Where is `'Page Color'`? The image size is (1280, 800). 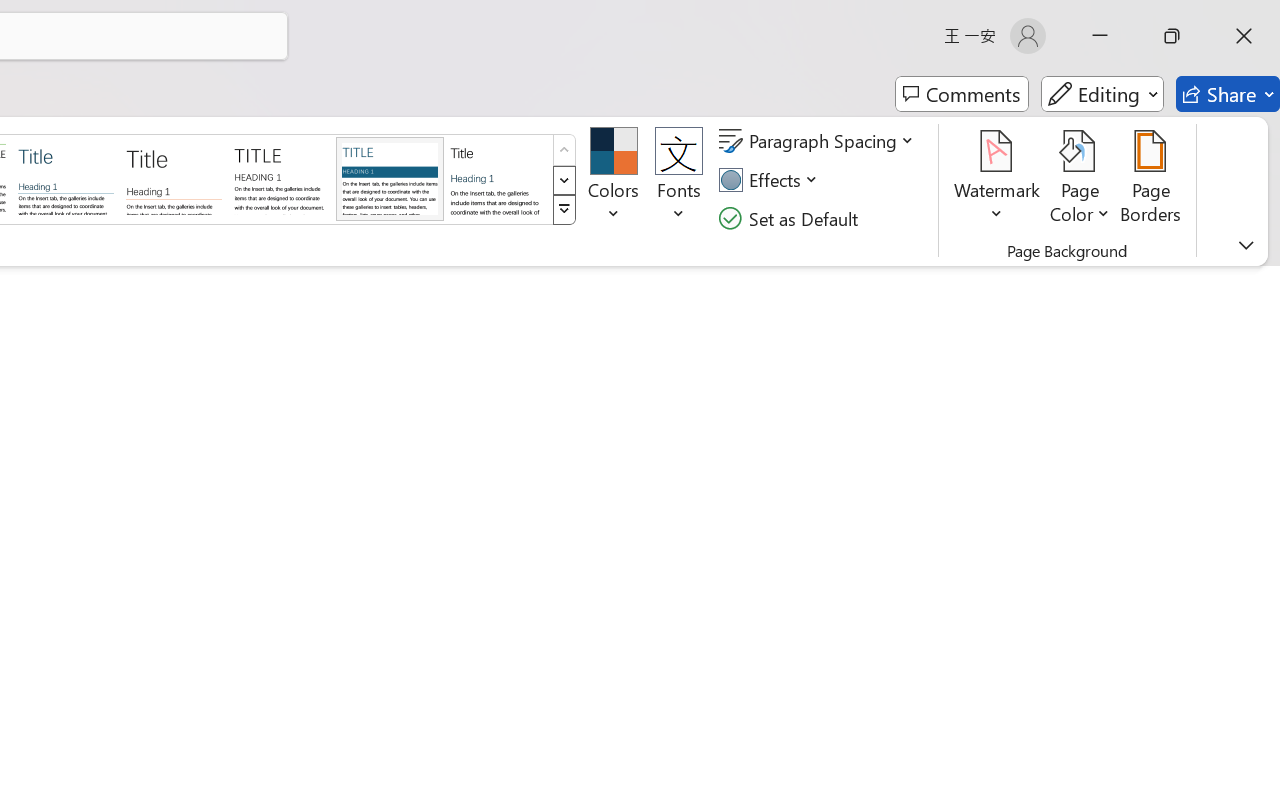
'Page Color' is located at coordinates (1079, 179).